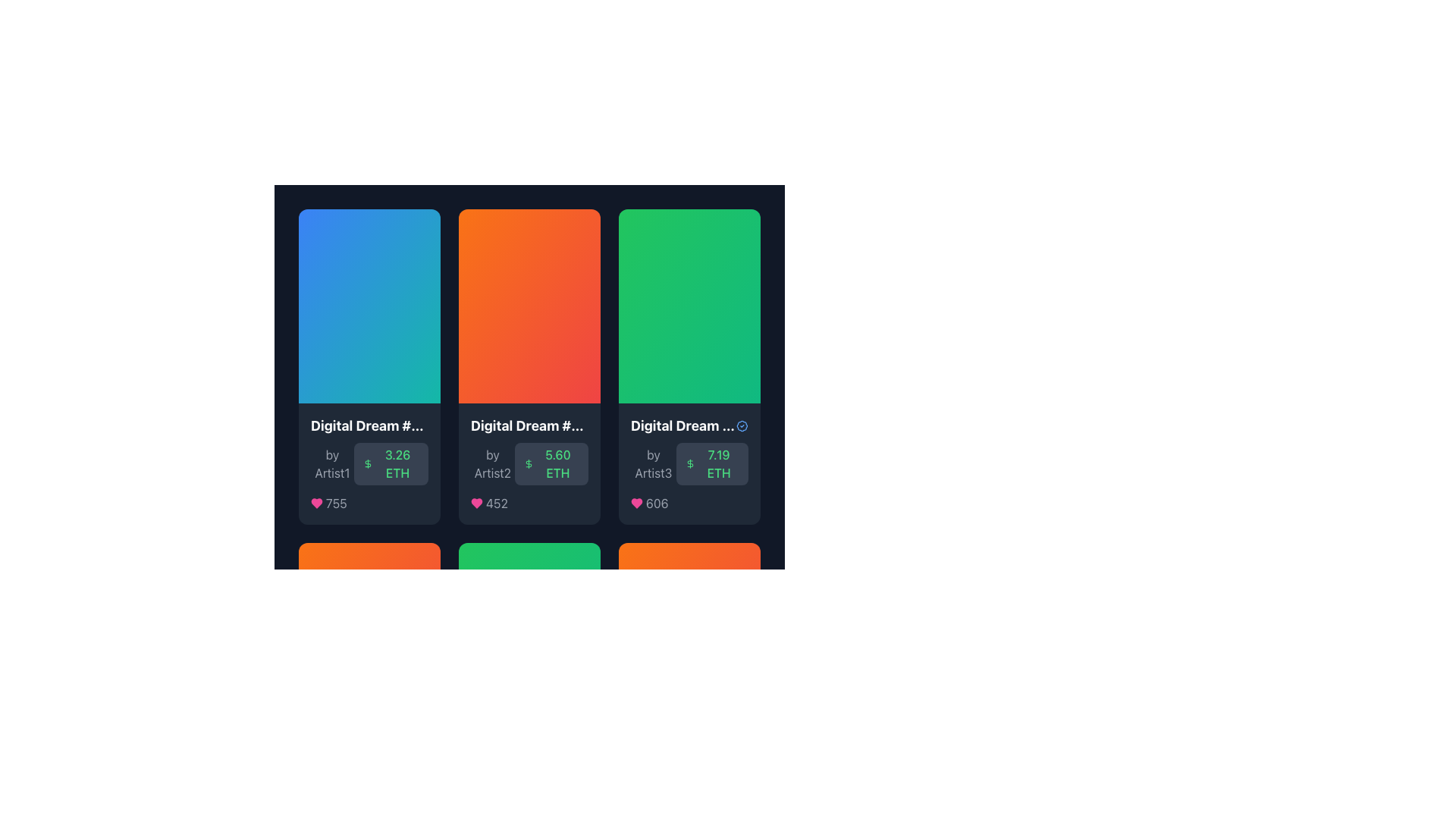 This screenshot has width=1456, height=819. Describe the element at coordinates (391, 463) in the screenshot. I see `the label displaying '3.26 ETH' styled in medium green font, which is located beneath the label 'by Artist1' in a three-column grid` at that location.